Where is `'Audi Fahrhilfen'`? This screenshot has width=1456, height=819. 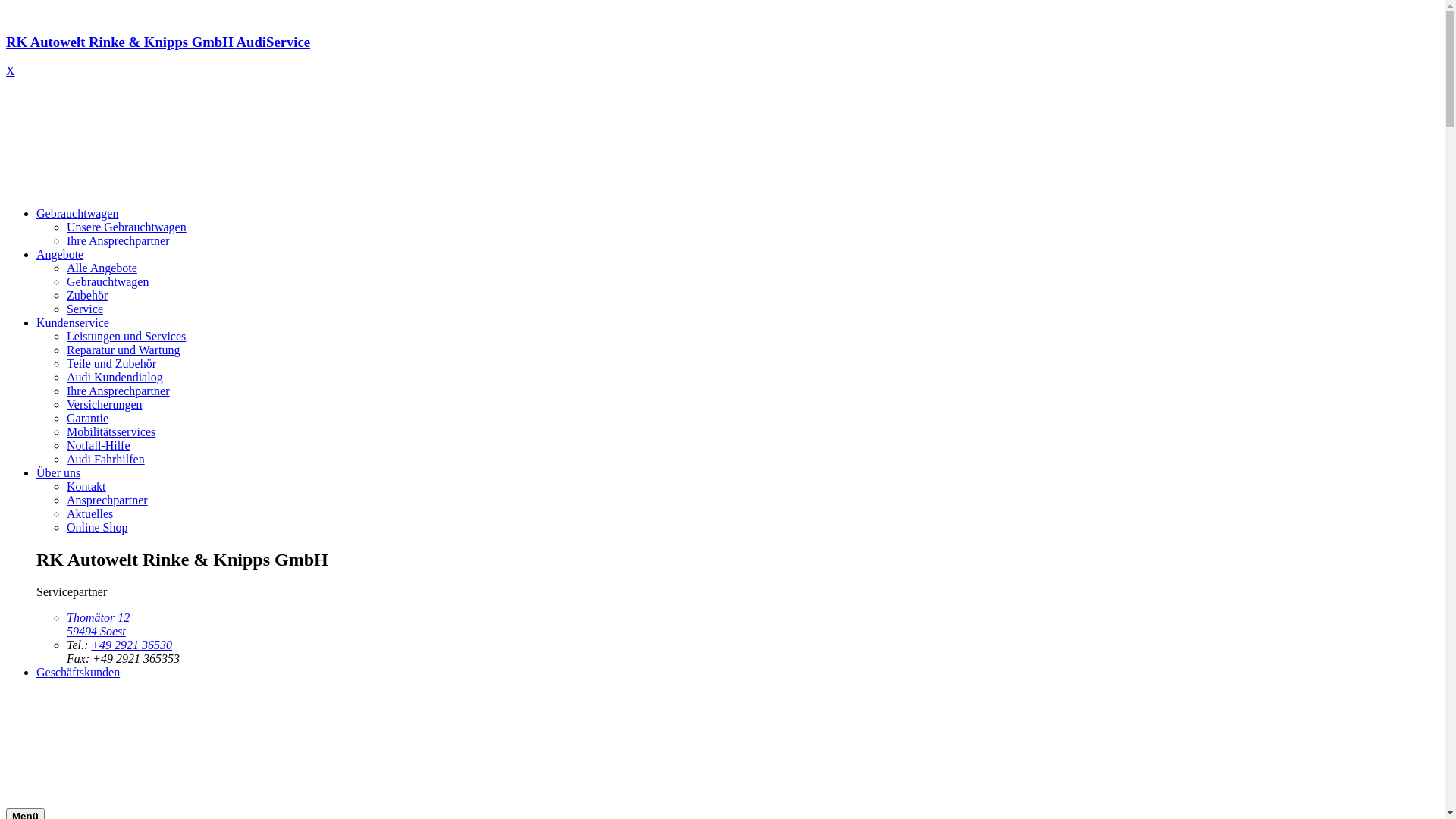 'Audi Fahrhilfen' is located at coordinates (105, 458).